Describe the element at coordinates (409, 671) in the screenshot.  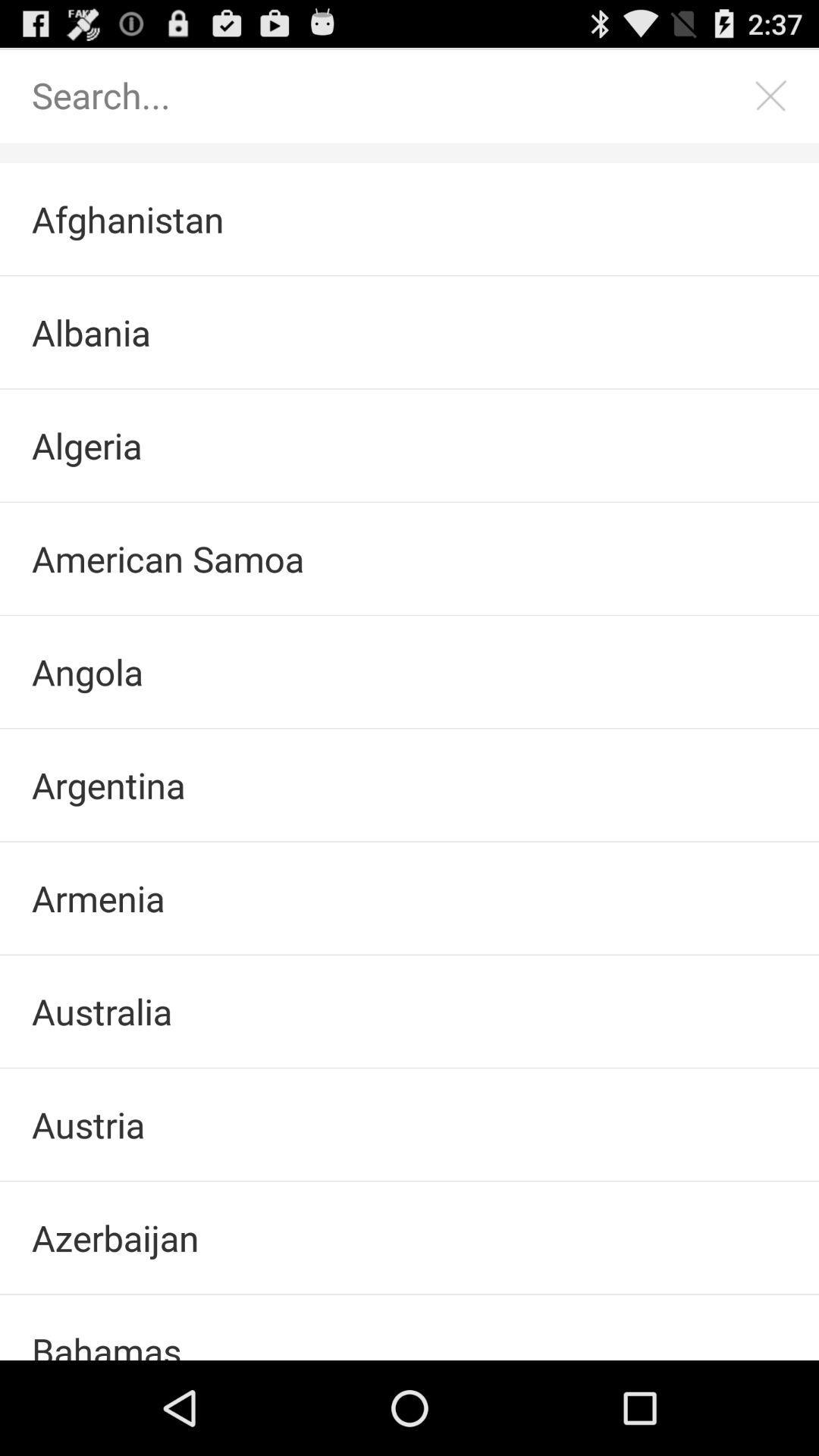
I see `angola item` at that location.